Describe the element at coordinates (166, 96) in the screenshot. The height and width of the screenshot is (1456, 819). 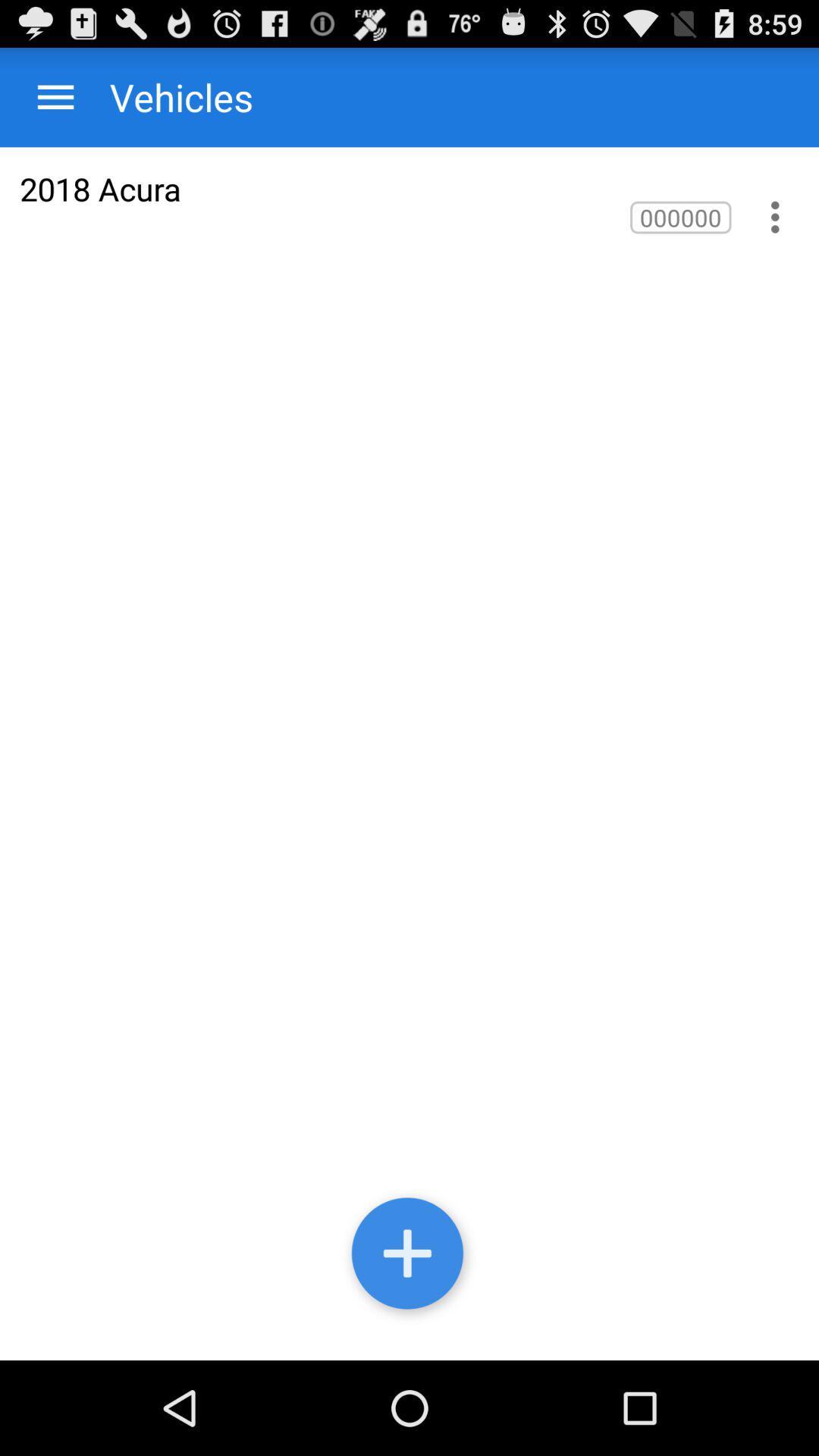
I see `the vehicles item` at that location.